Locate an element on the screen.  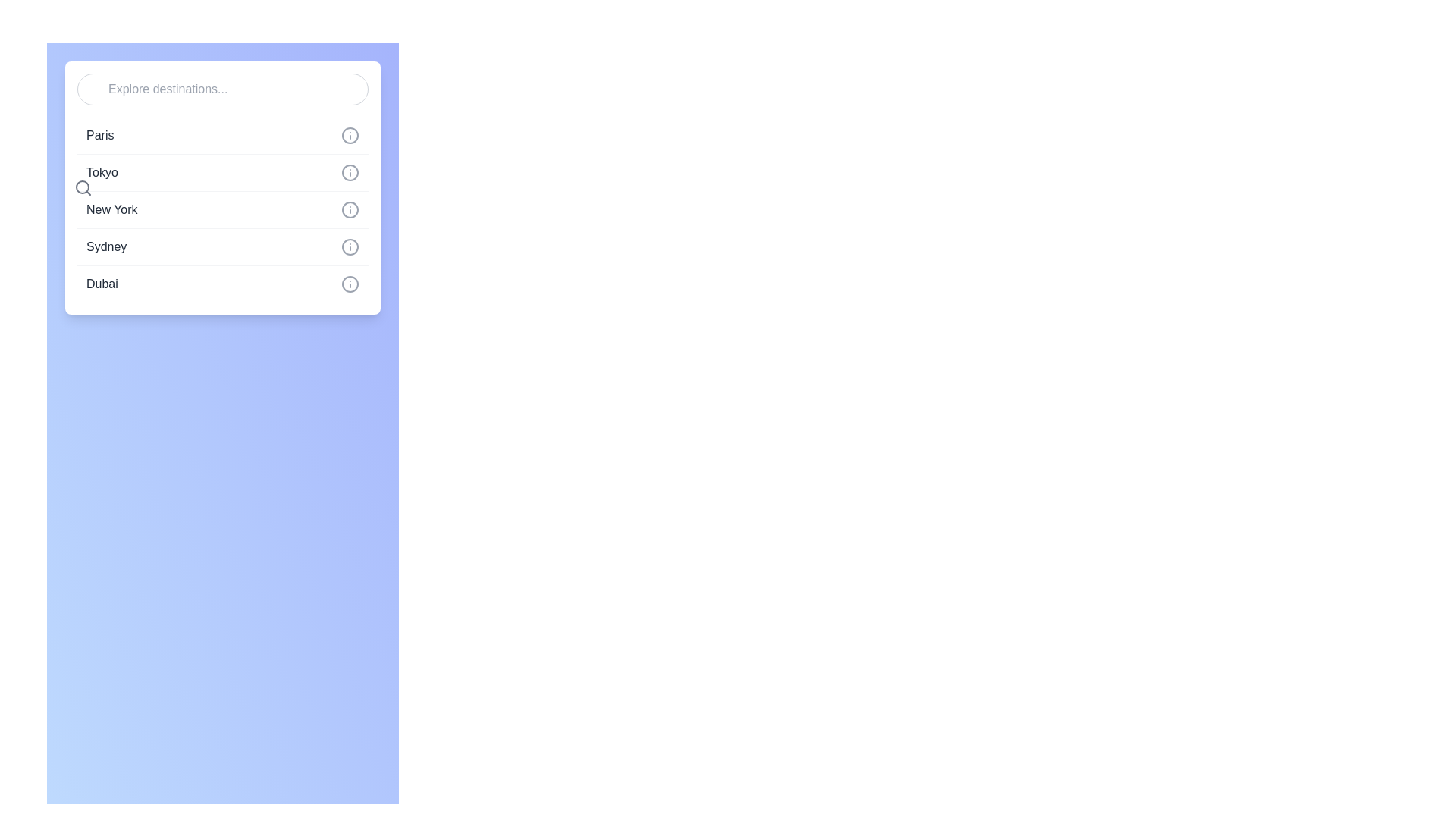
the selectable list option labeled 'New York', which is the third item in the vertically stacked list is located at coordinates (221, 209).